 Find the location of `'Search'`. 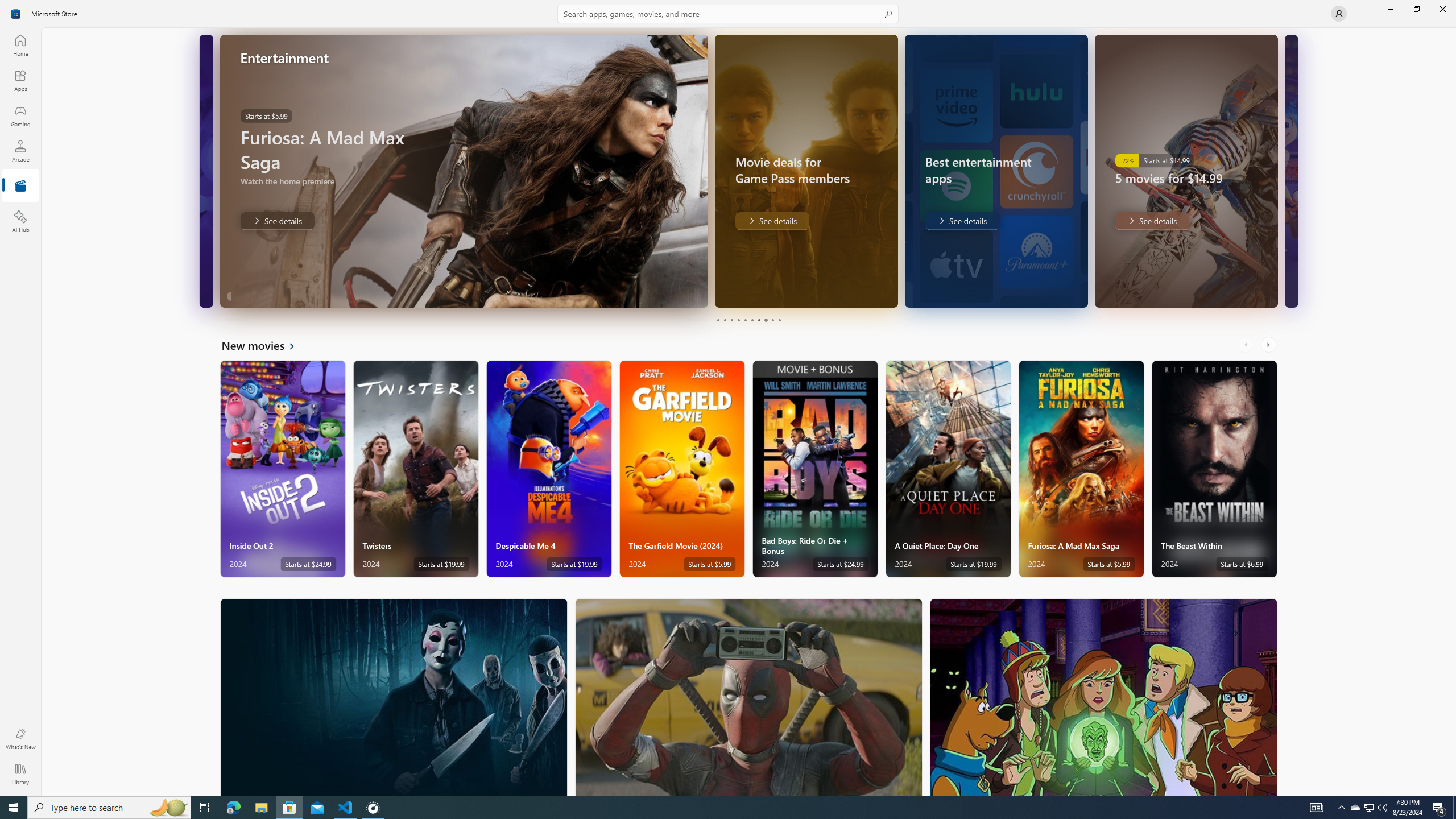

'Search' is located at coordinates (728, 13).